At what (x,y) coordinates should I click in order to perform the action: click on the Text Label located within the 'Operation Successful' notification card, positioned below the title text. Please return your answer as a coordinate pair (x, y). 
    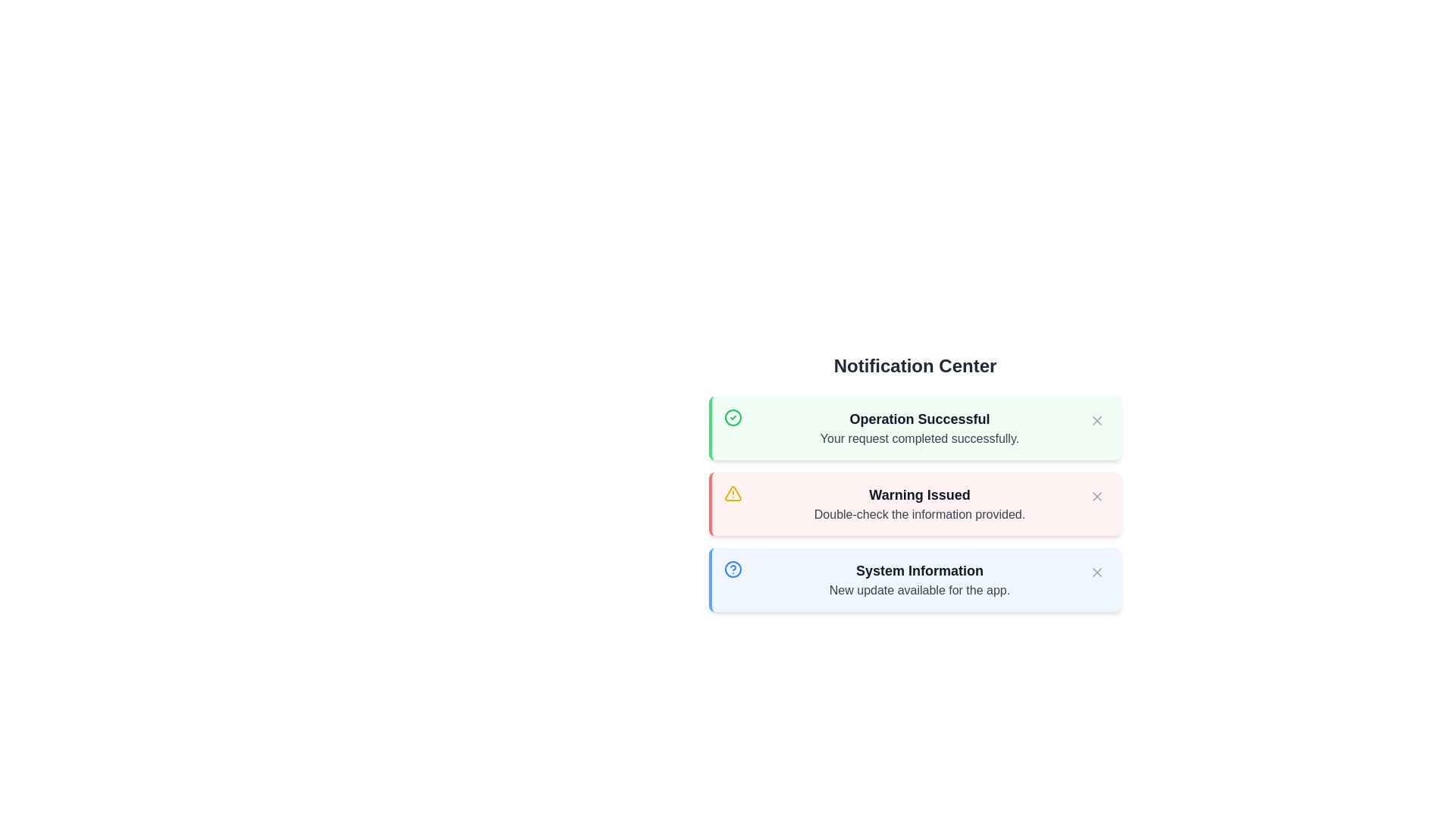
    Looking at the image, I should click on (919, 438).